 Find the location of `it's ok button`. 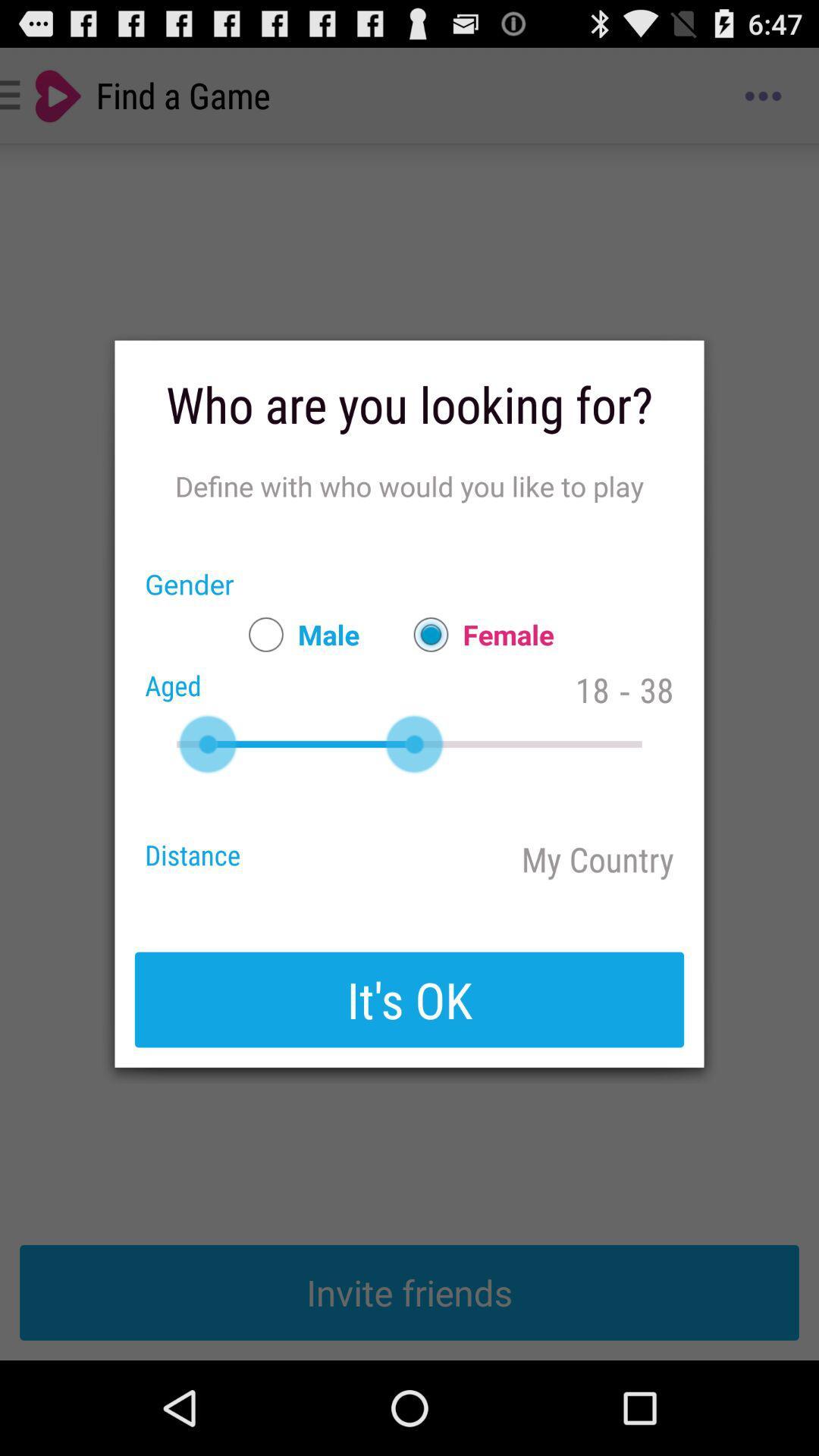

it's ok button is located at coordinates (409, 999).